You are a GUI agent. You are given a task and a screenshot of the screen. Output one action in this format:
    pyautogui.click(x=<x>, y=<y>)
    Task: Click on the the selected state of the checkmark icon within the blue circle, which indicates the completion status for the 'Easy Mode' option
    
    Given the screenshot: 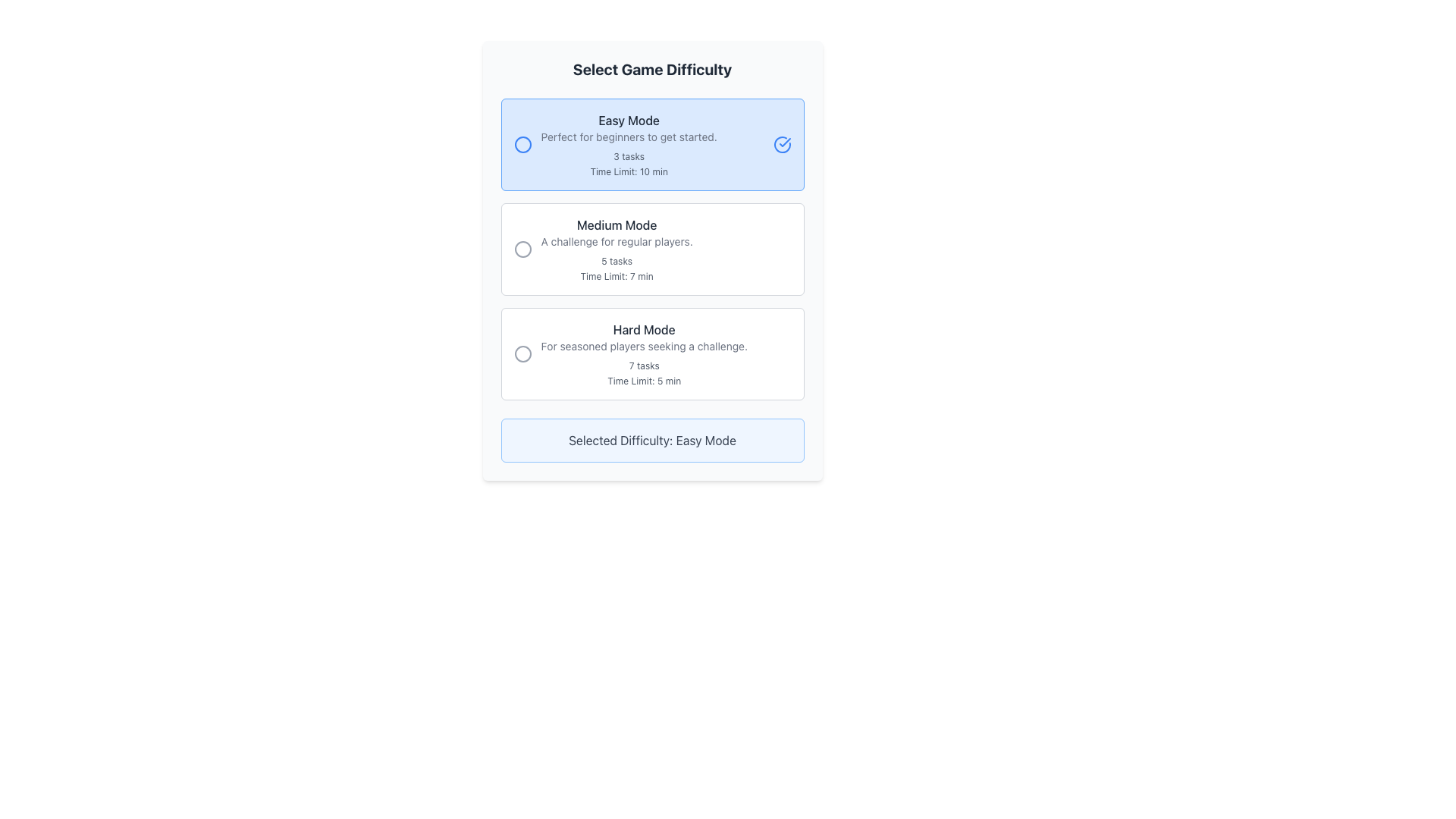 What is the action you would take?
    pyautogui.click(x=785, y=143)
    